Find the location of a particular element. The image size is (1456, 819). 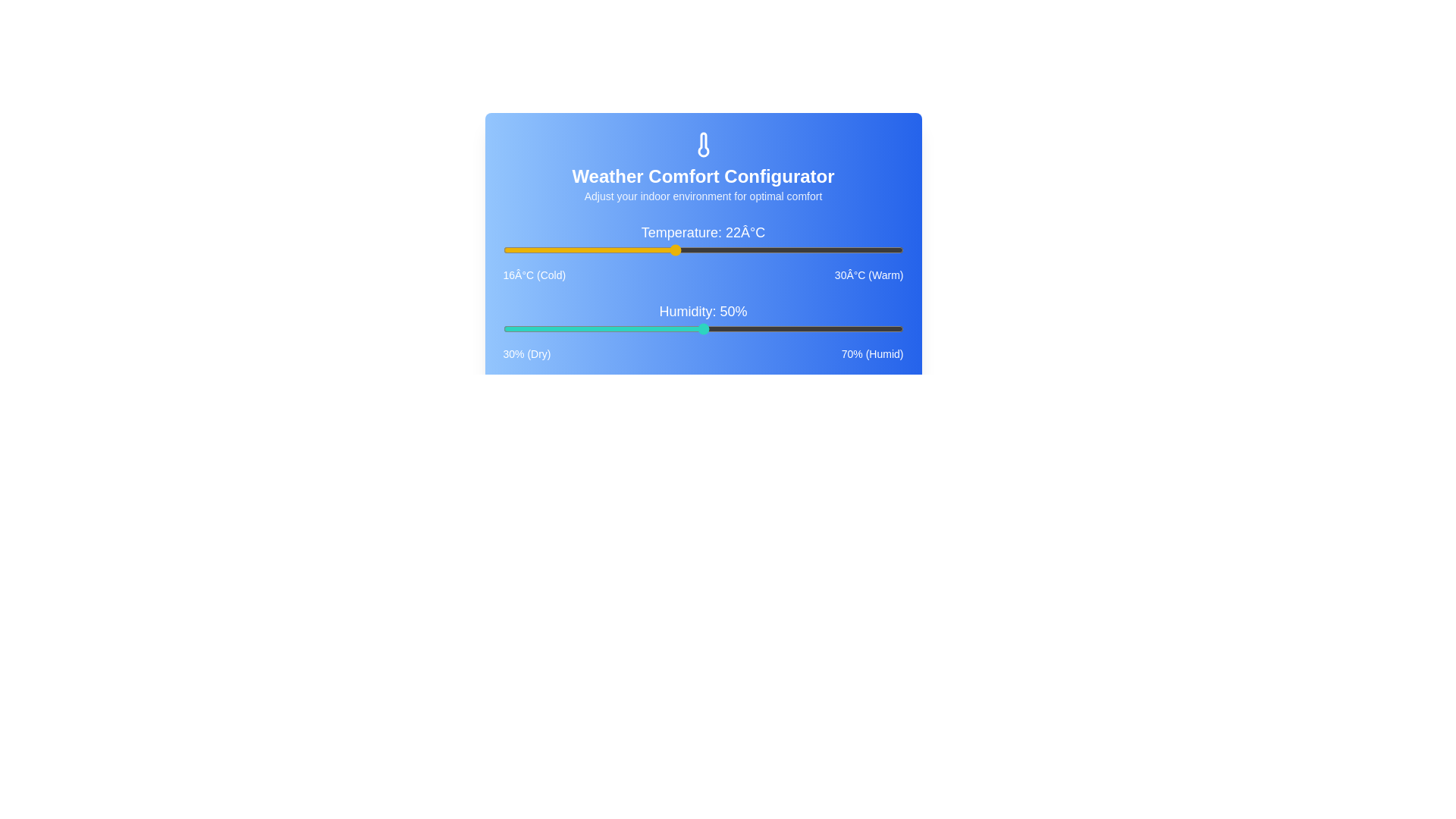

the temperature slider to 27°C is located at coordinates (817, 249).